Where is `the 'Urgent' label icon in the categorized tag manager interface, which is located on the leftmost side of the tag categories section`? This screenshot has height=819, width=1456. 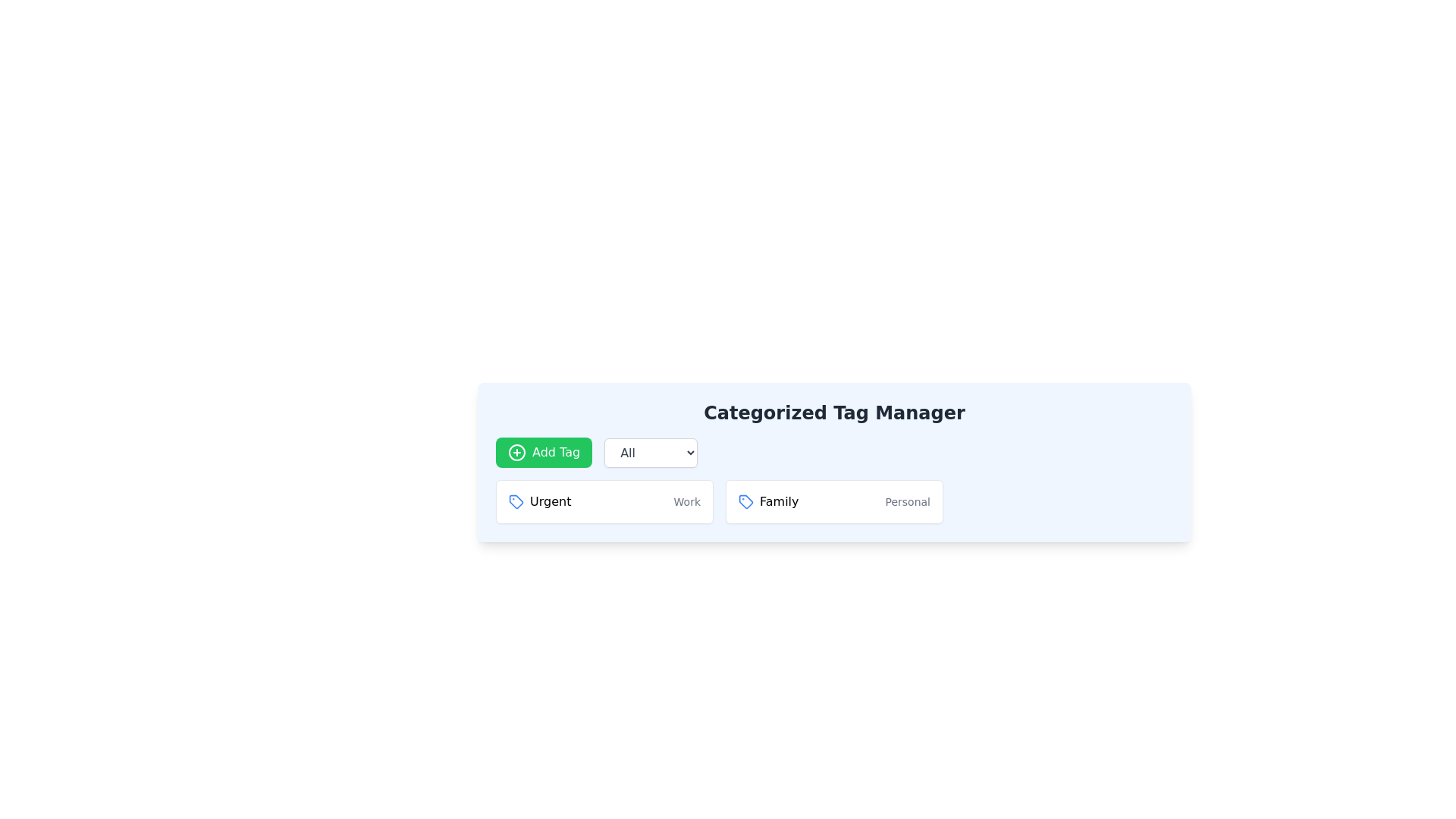
the 'Urgent' label icon in the categorized tag manager interface, which is located on the leftmost side of the tag categories section is located at coordinates (516, 502).